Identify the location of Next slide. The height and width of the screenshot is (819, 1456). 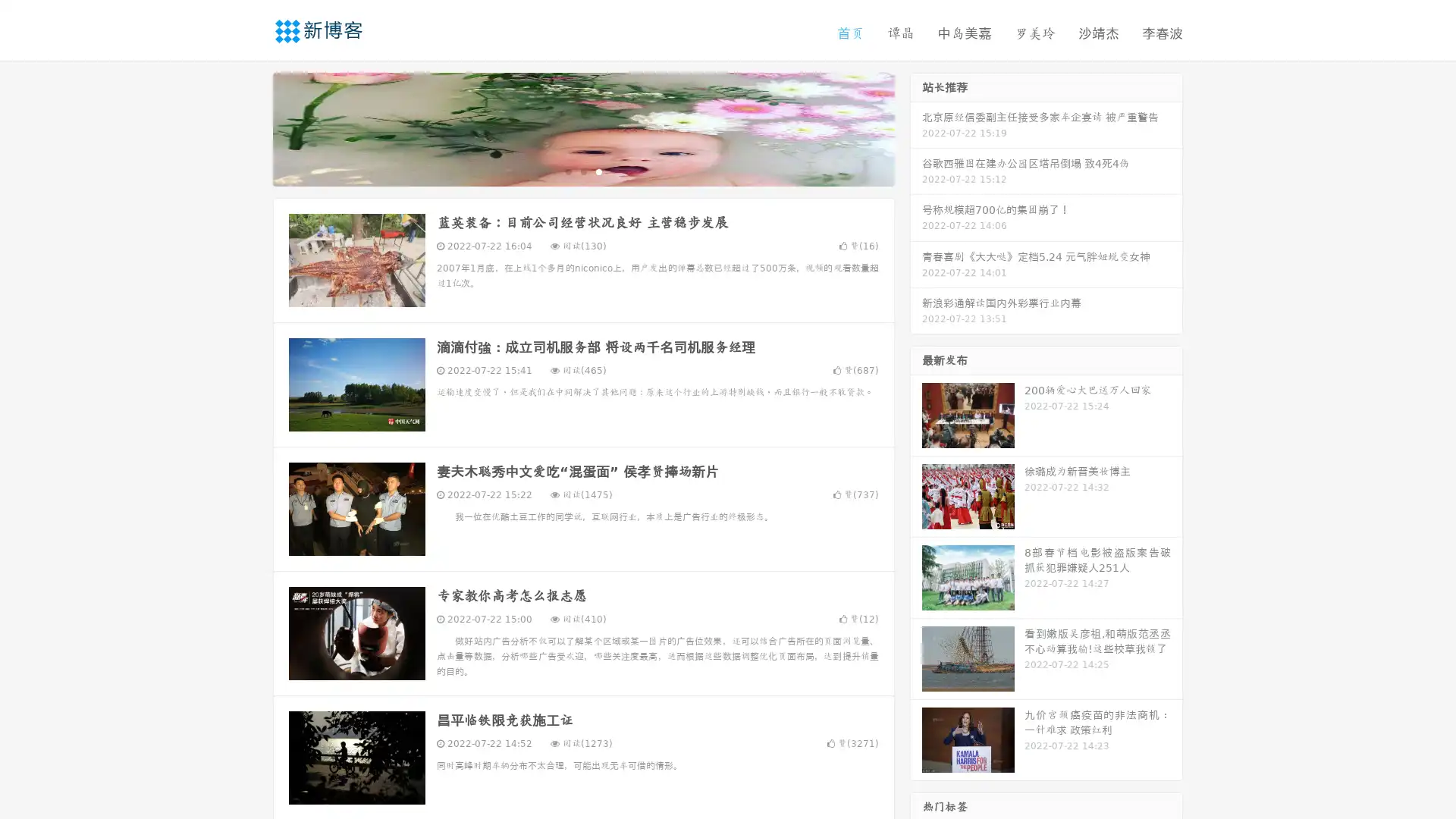
(916, 127).